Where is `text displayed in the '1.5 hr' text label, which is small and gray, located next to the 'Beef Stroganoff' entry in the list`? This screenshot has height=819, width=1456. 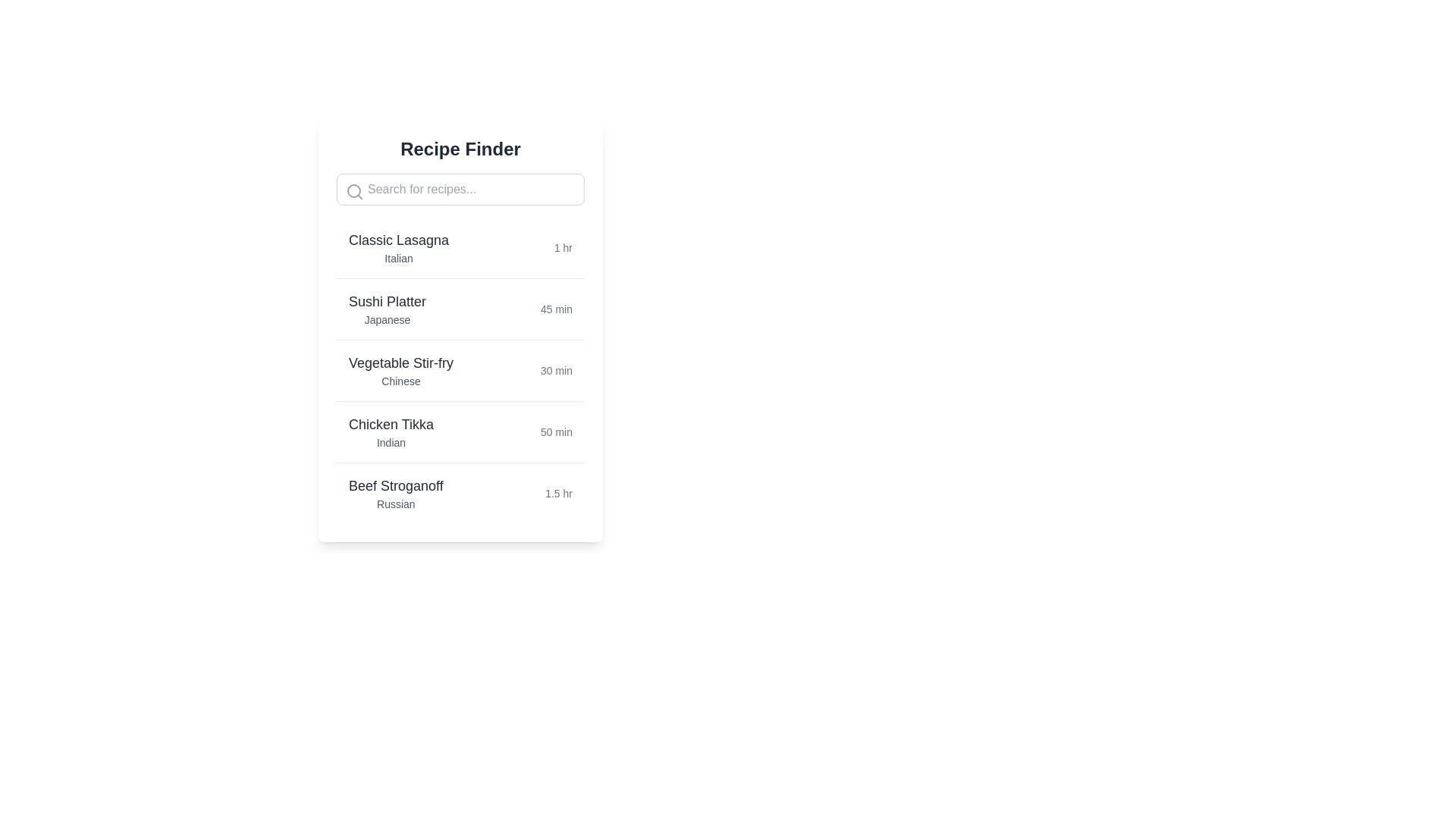
text displayed in the '1.5 hr' text label, which is small and gray, located next to the 'Beef Stroganoff' entry in the list is located at coordinates (558, 494).